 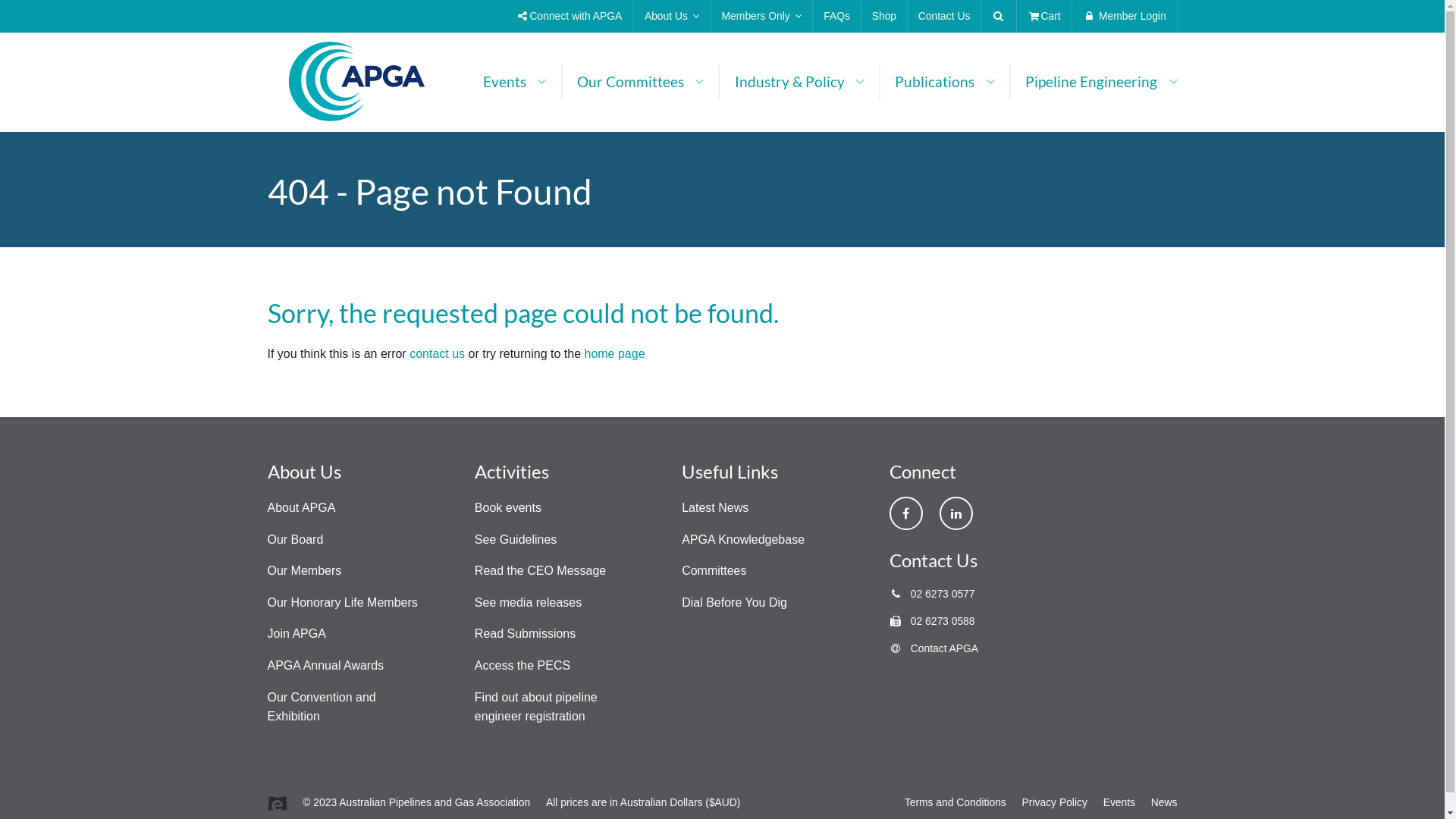 I want to click on 'News', so click(x=1163, y=801).